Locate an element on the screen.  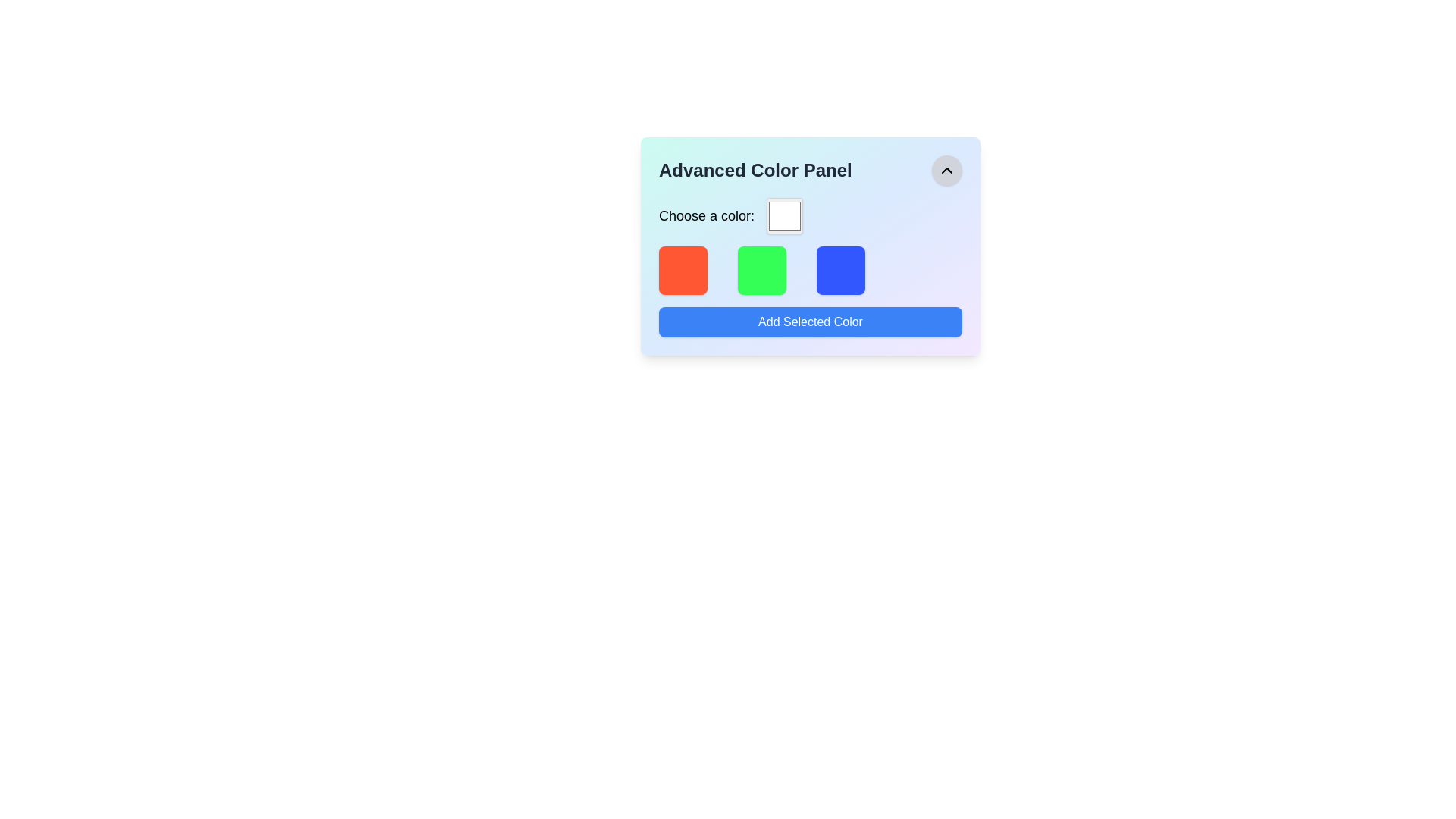
the color input field labeled 'Choose a color:' is located at coordinates (810, 216).